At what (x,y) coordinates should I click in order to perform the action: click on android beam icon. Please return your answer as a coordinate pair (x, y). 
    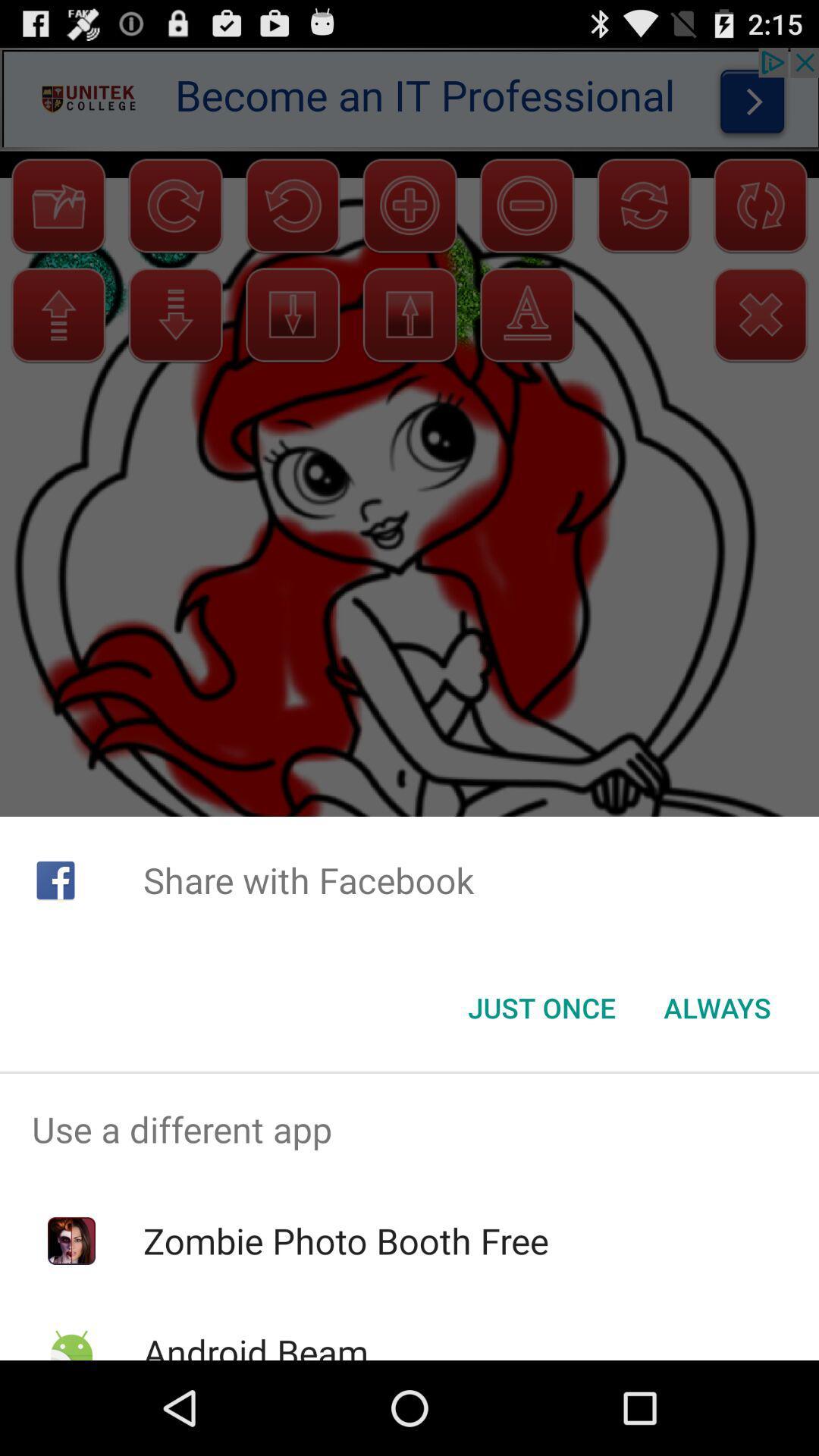
    Looking at the image, I should click on (255, 1344).